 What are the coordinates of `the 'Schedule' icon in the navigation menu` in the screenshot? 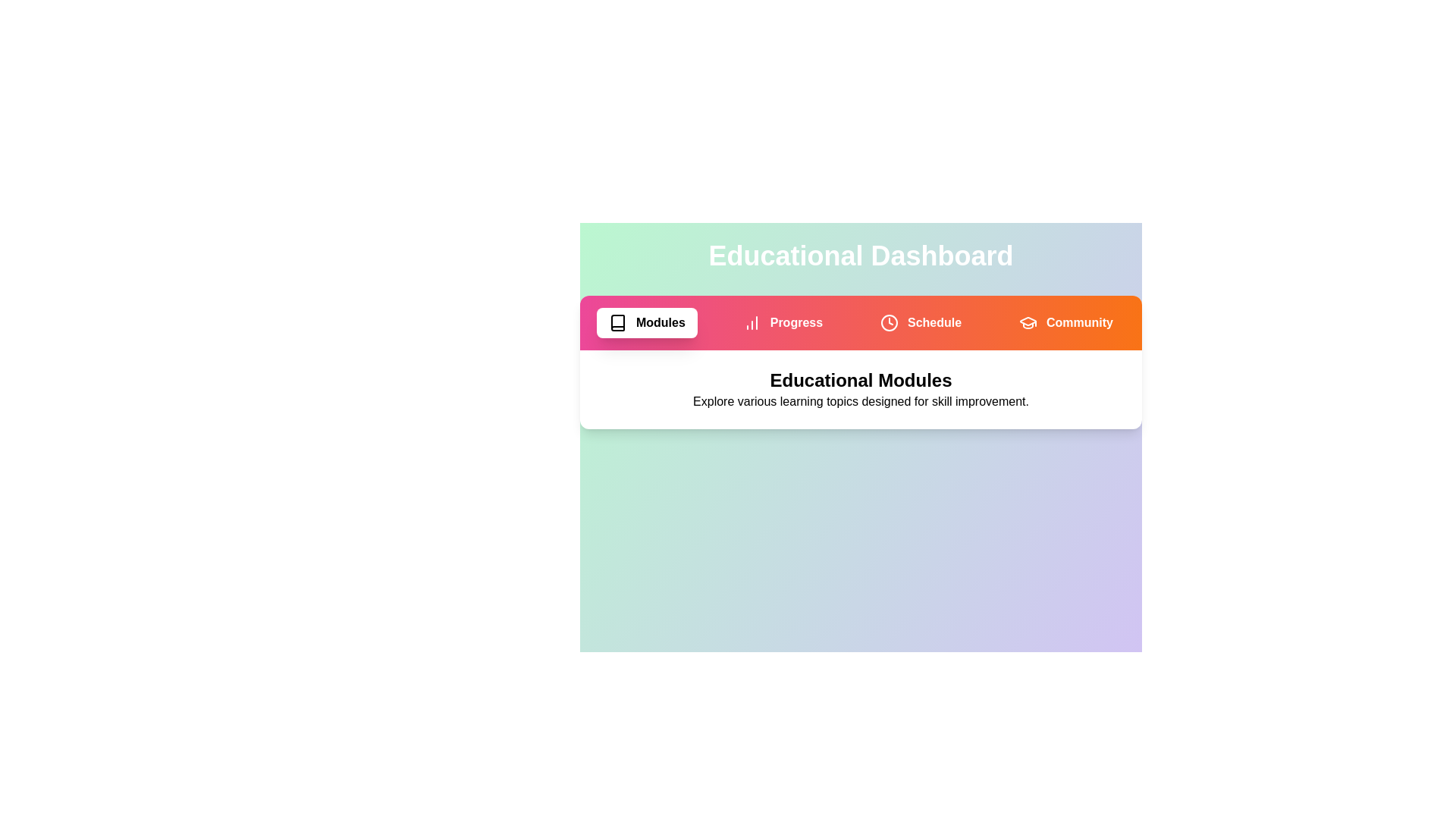 It's located at (889, 322).